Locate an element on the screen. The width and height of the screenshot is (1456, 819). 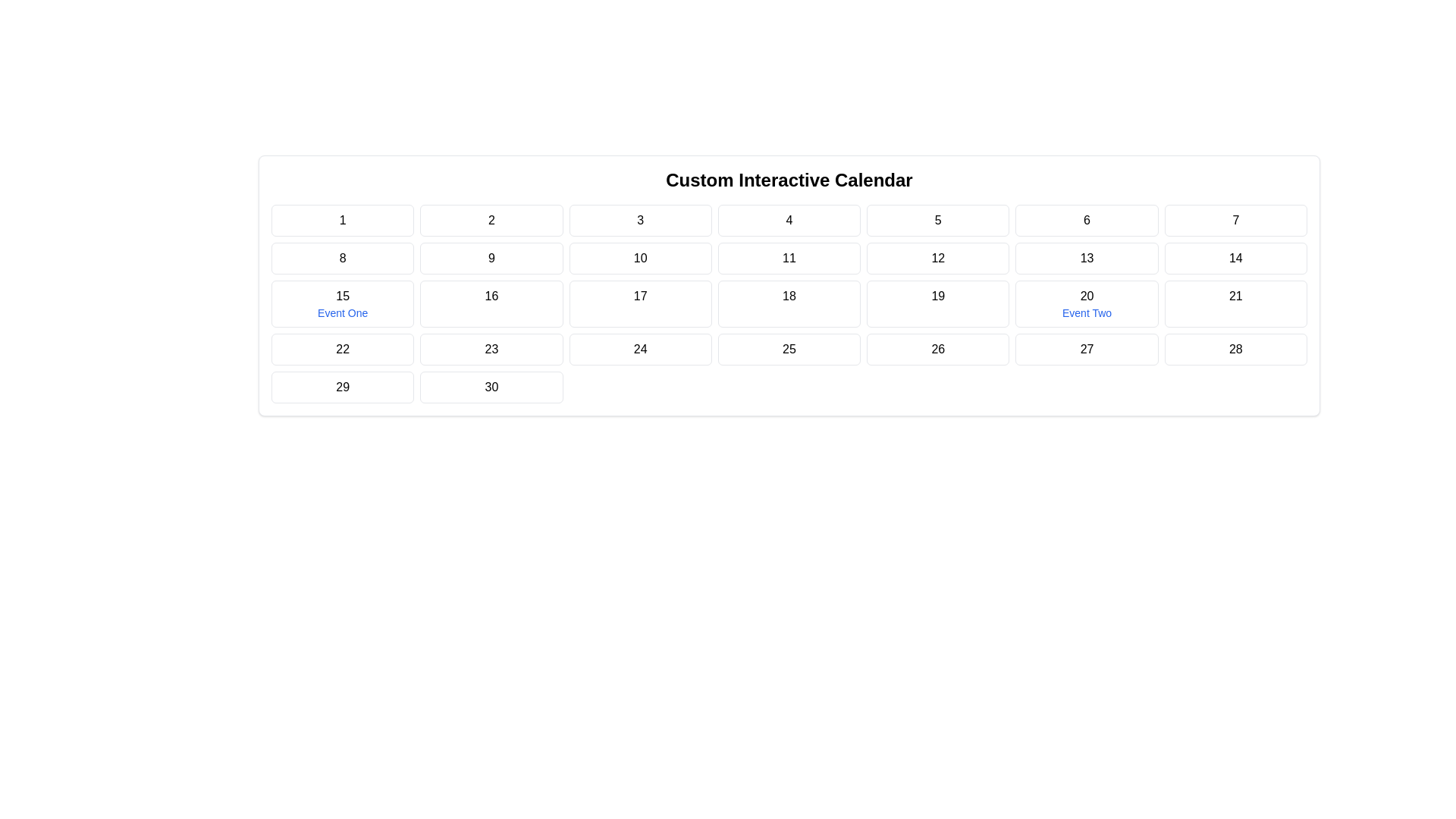
the 7th Calendar Day Cell in the top row of the calendar interface, which is located at the far right is located at coordinates (1235, 220).